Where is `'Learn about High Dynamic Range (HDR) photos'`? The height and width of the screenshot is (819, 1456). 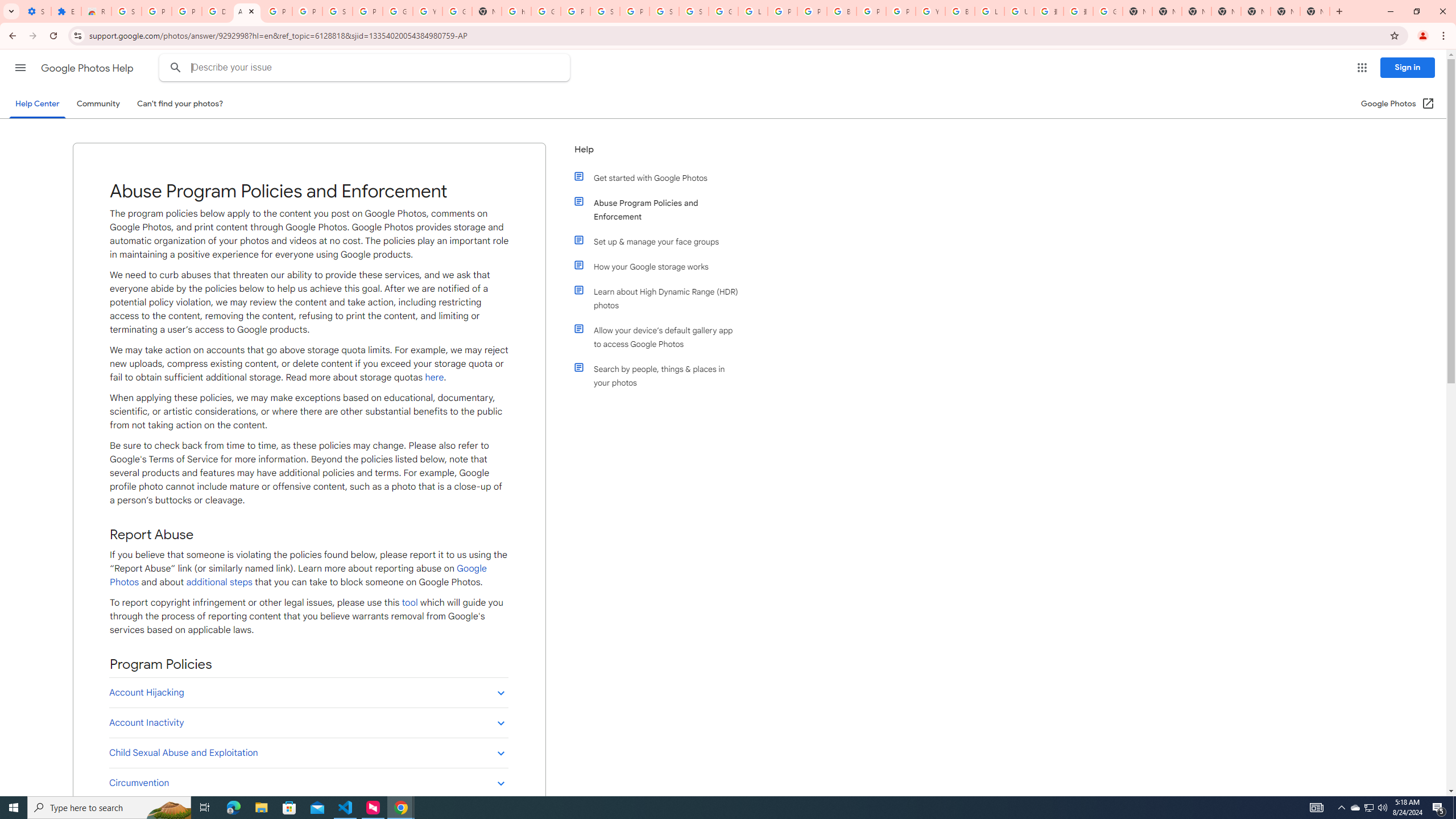
'Learn about High Dynamic Range (HDR) photos' is located at coordinates (661, 298).